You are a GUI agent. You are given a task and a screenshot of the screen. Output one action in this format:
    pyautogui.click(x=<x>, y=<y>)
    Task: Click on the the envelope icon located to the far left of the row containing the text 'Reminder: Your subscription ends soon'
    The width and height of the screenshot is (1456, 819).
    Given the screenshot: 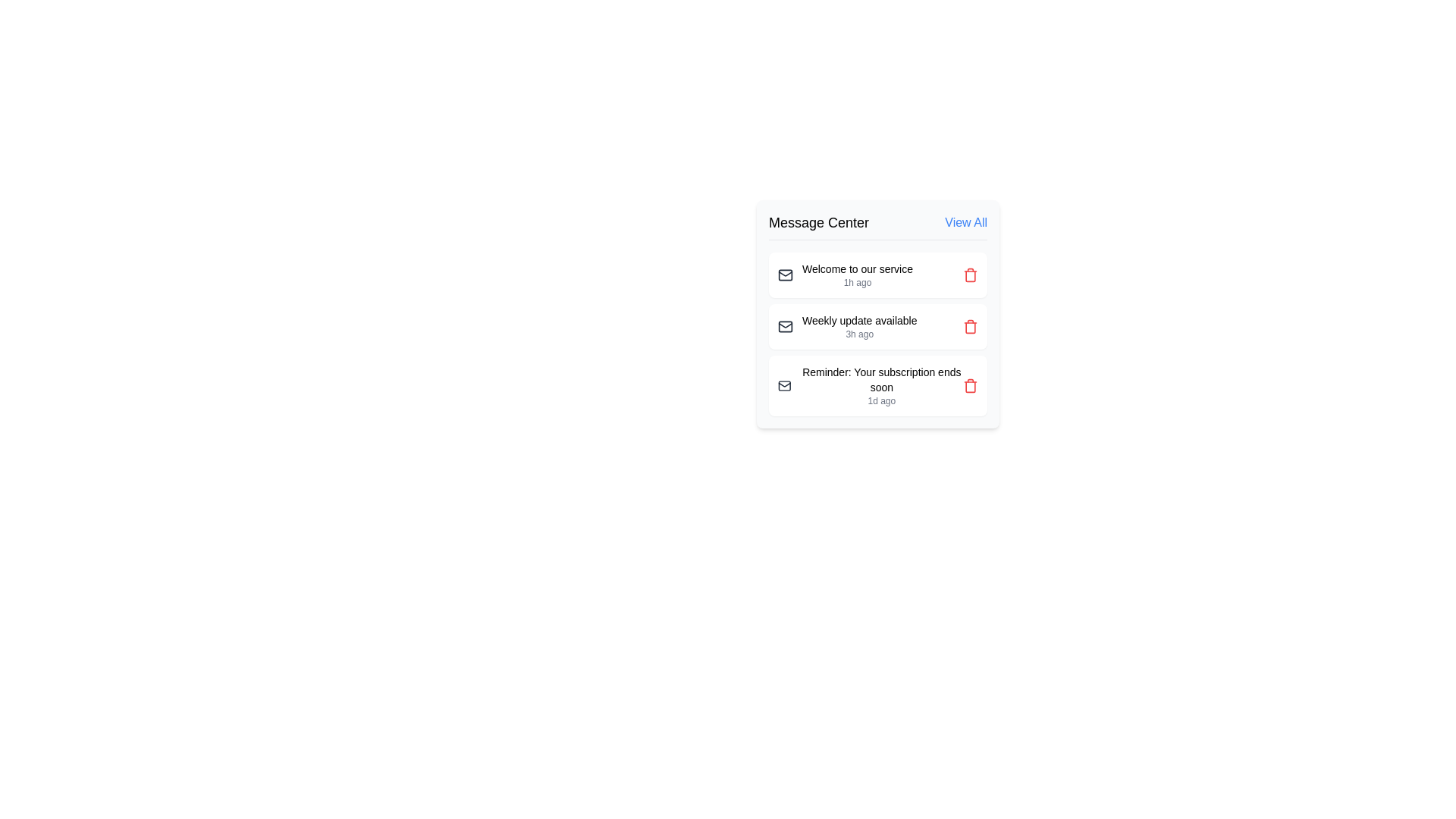 What is the action you would take?
    pyautogui.click(x=784, y=385)
    